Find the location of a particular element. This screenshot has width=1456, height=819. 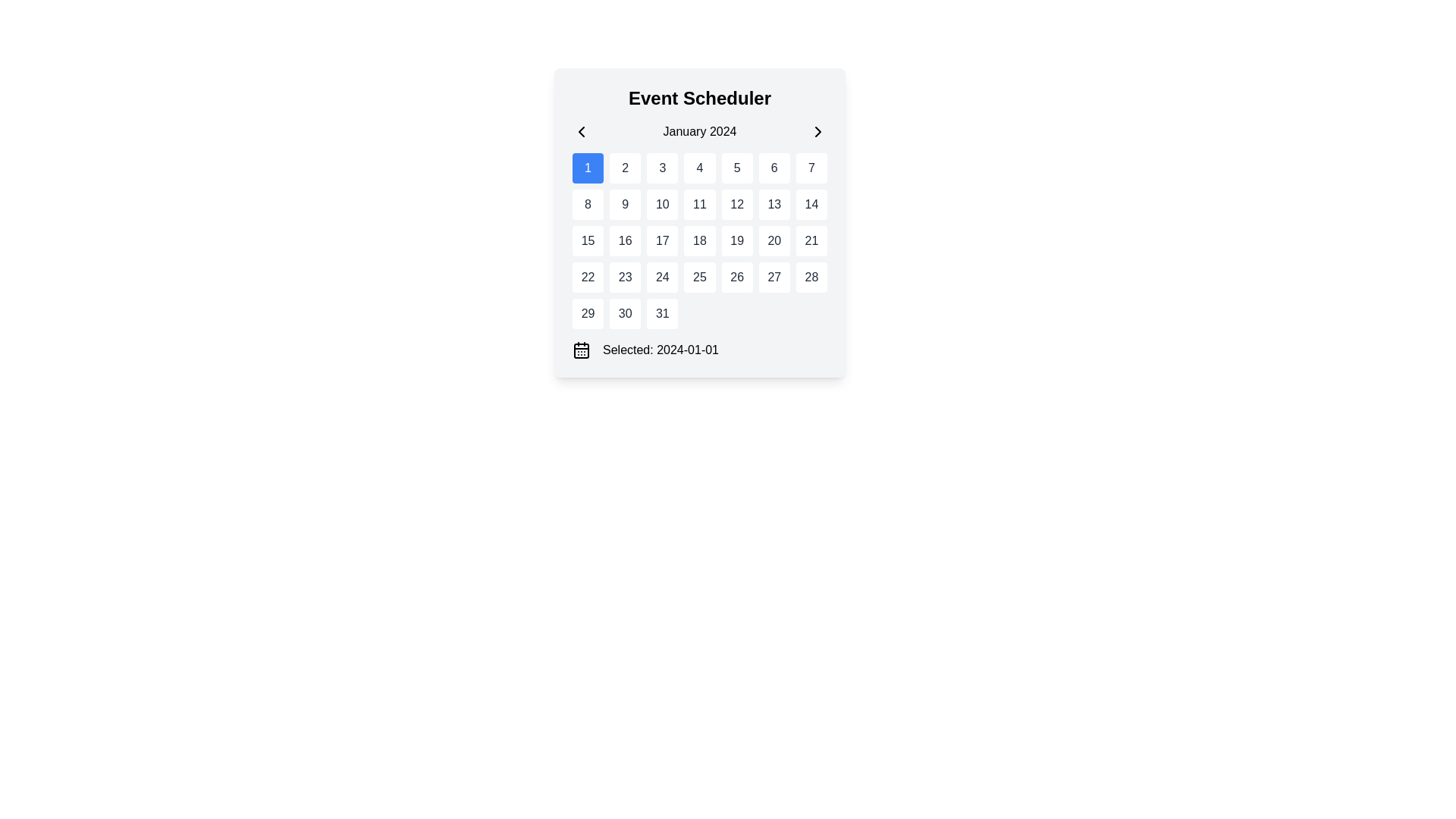

the calendar day cell displaying '25' is located at coordinates (698, 278).